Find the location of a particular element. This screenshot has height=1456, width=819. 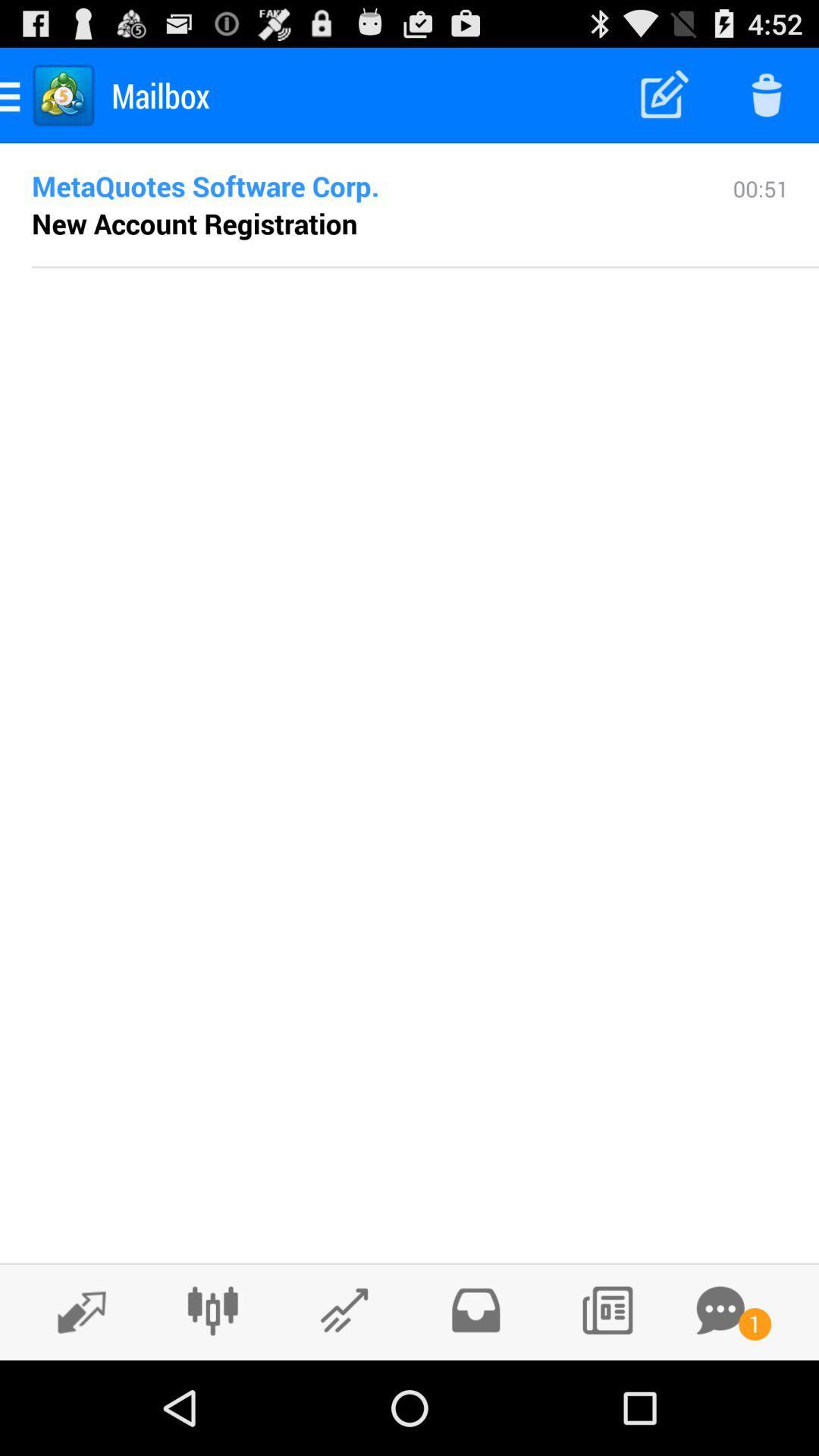

the item above the new account registration is located at coordinates (358, 185).